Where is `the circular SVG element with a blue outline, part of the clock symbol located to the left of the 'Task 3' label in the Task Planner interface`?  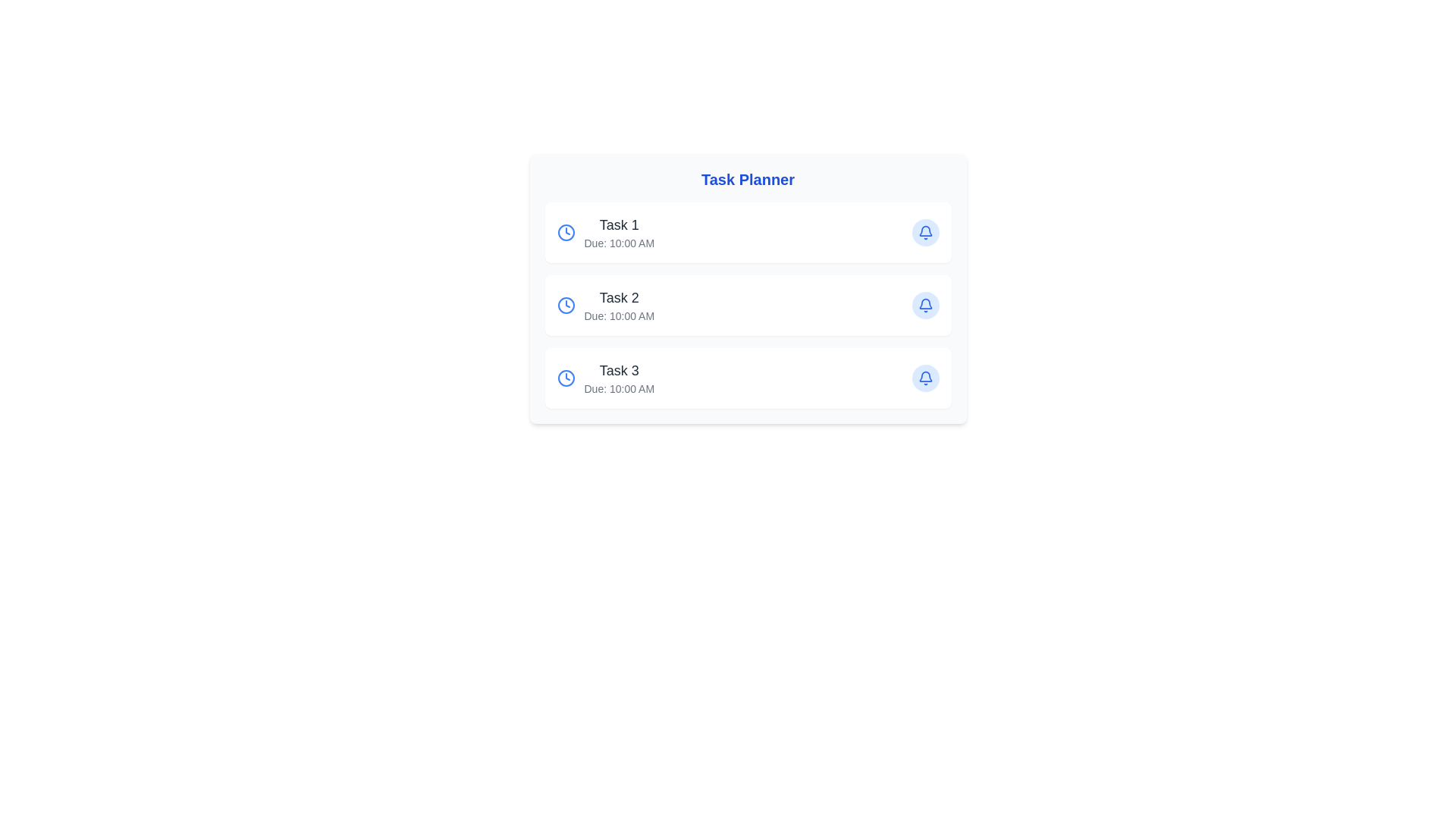 the circular SVG element with a blue outline, part of the clock symbol located to the left of the 'Task 3' label in the Task Planner interface is located at coordinates (565, 377).